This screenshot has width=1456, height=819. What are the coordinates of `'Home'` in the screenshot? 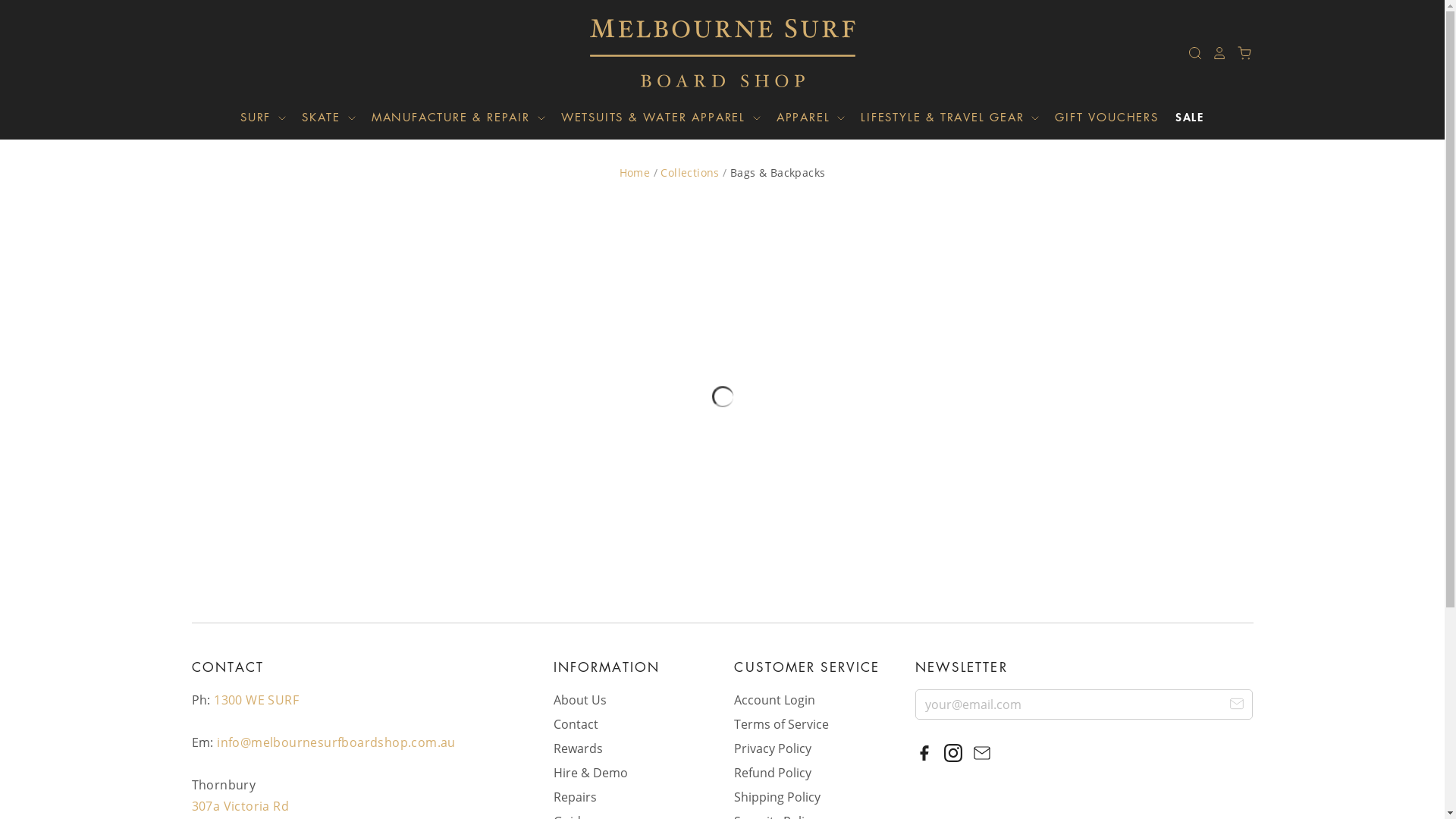 It's located at (635, 171).